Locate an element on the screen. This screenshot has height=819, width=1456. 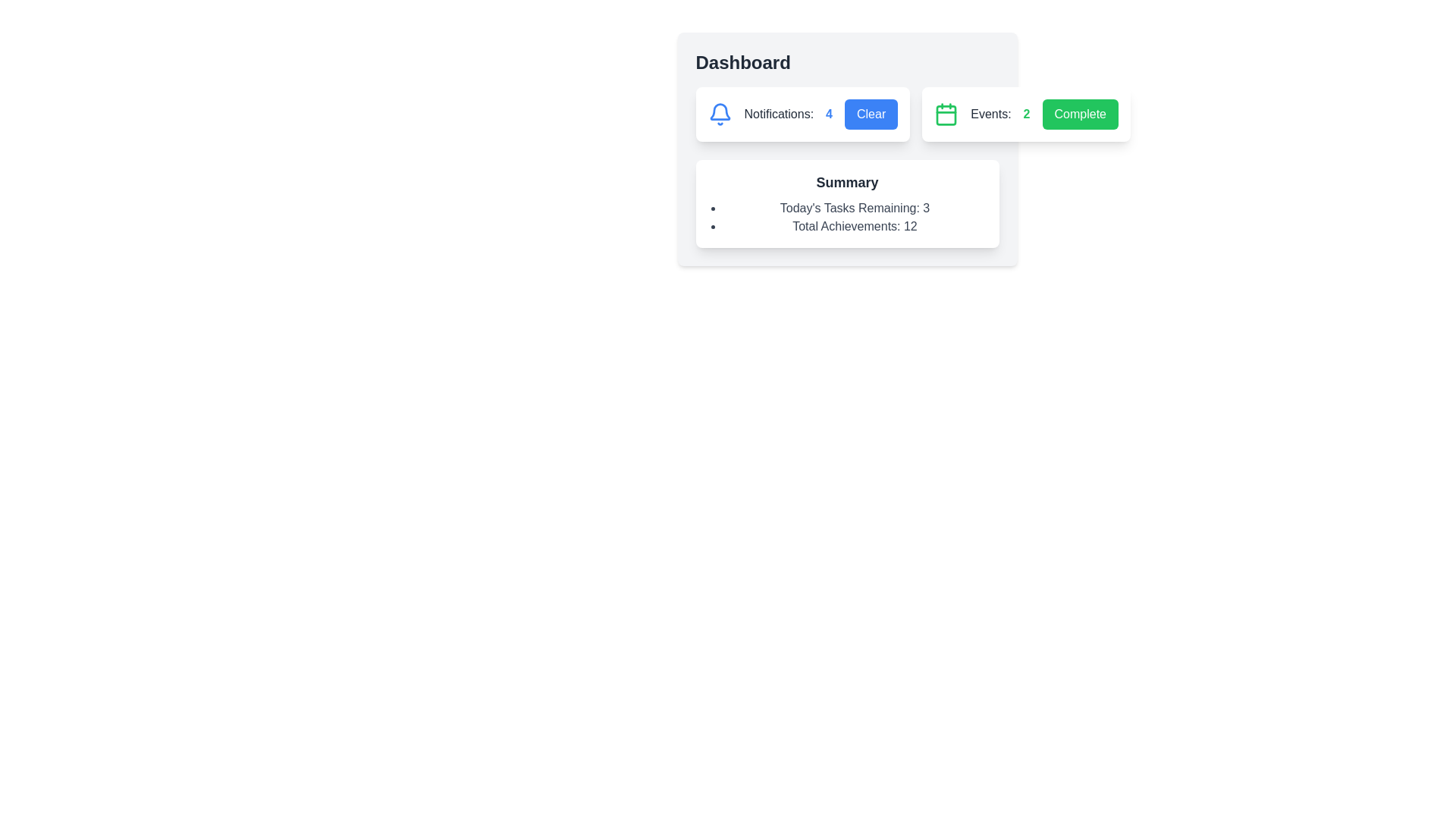
the informational list displaying tasks and achievements, located within the 'Summary' box below the 'Summary' header text is located at coordinates (846, 217).